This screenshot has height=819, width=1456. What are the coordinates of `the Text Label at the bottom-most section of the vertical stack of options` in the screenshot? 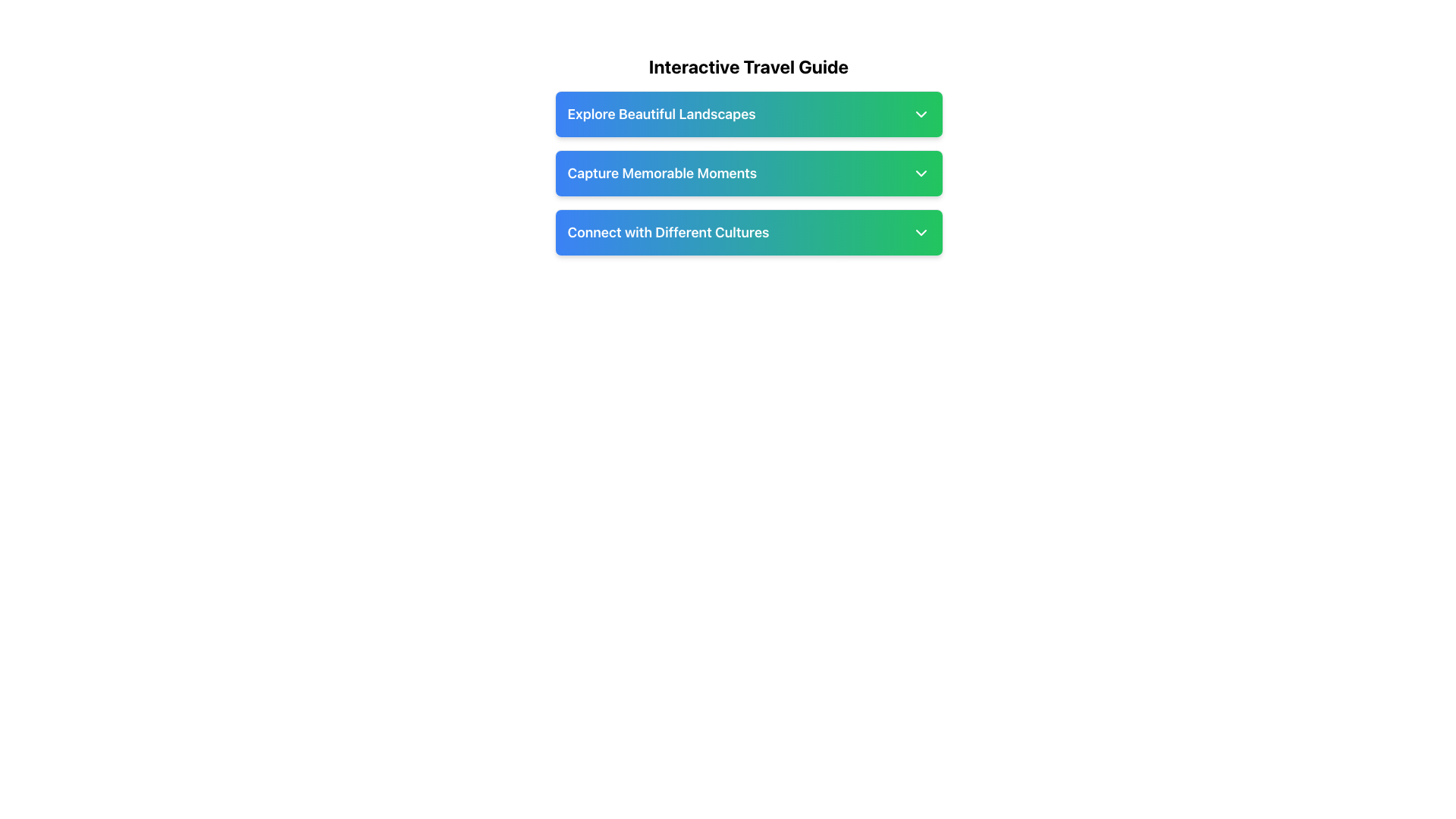 It's located at (667, 233).